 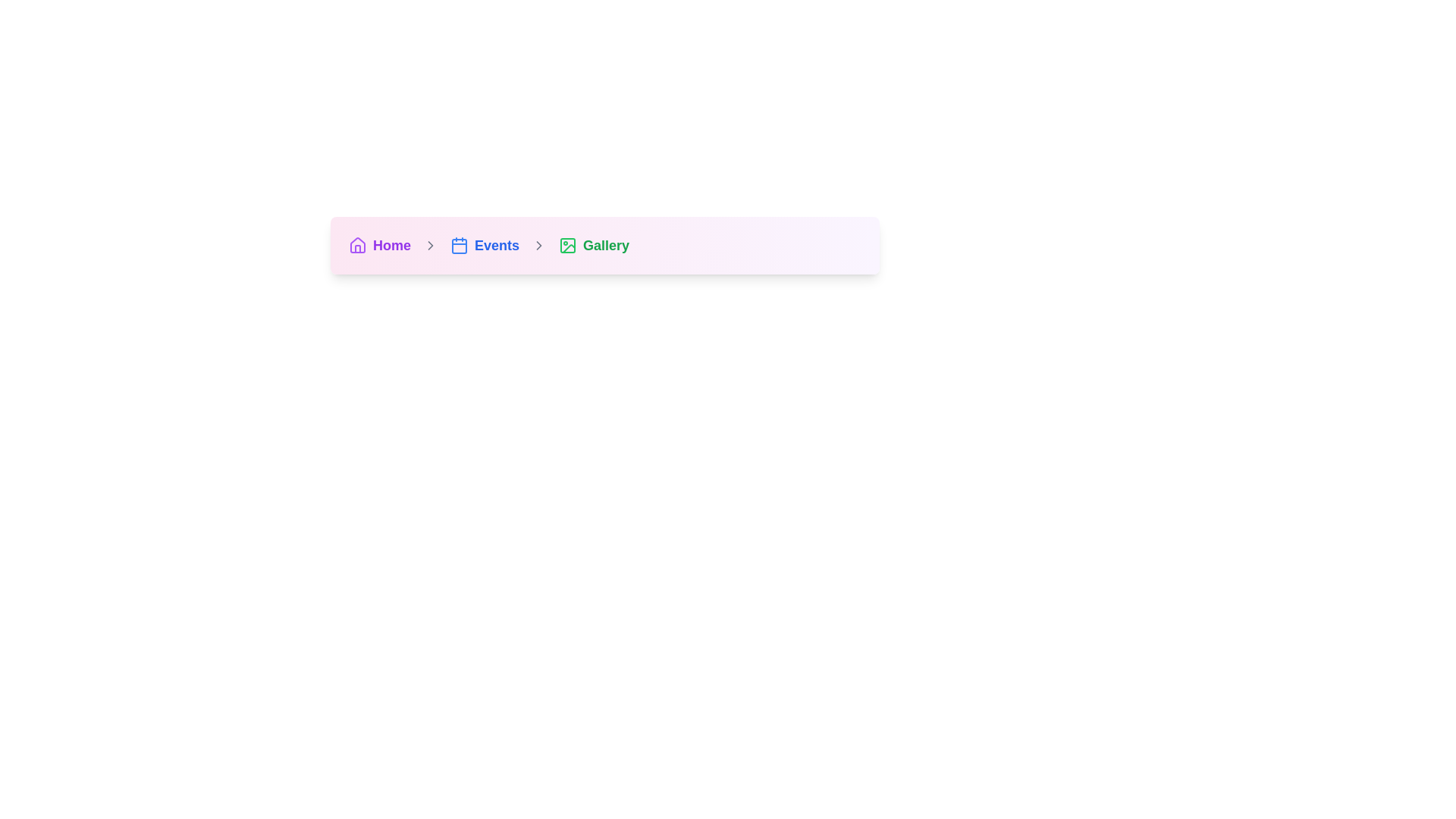 I want to click on the 'Gallery' navigation link in the breadcrumb navigation, so click(x=593, y=245).